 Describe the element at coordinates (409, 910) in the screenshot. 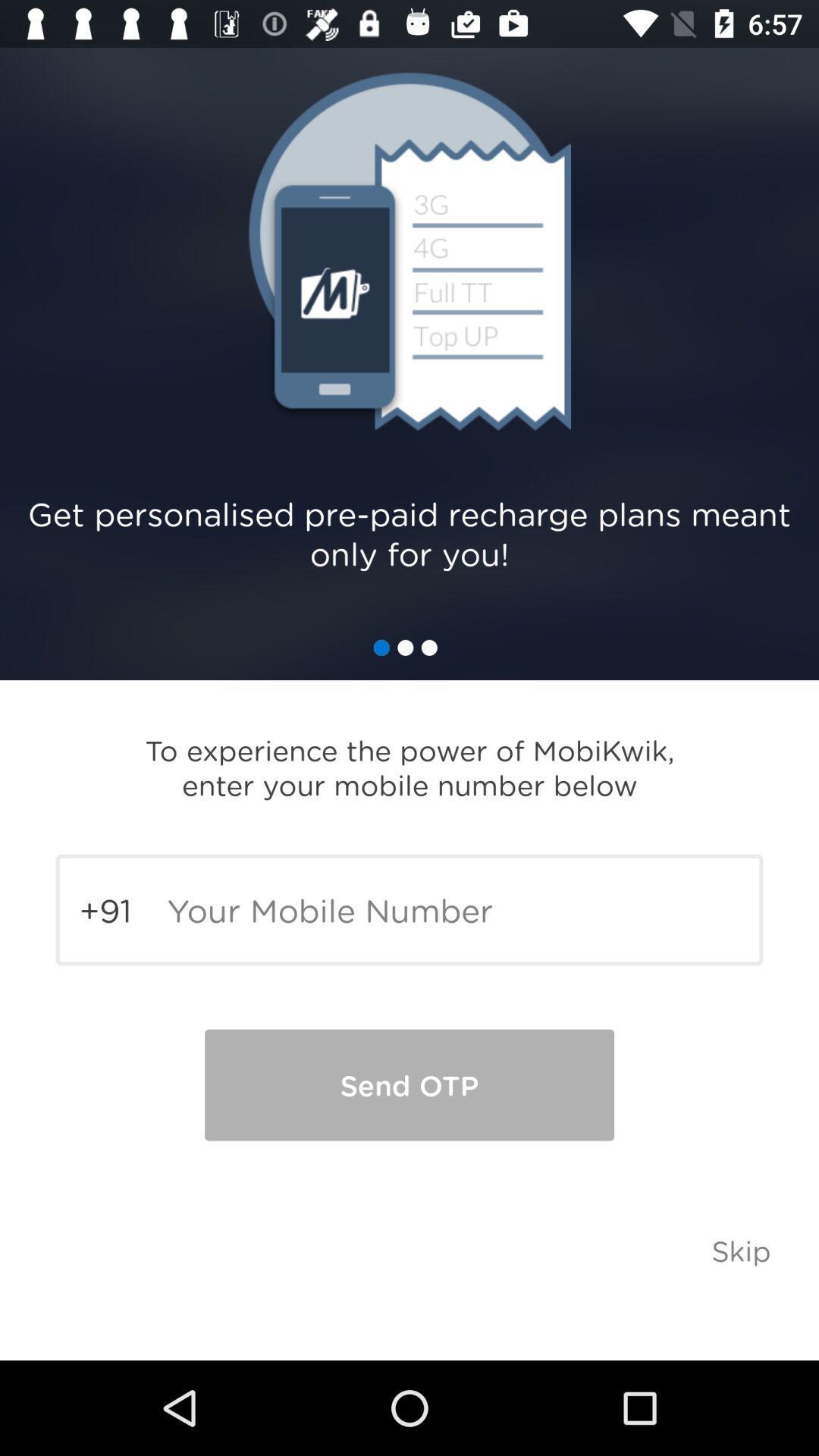

I see `phone number text box` at that location.